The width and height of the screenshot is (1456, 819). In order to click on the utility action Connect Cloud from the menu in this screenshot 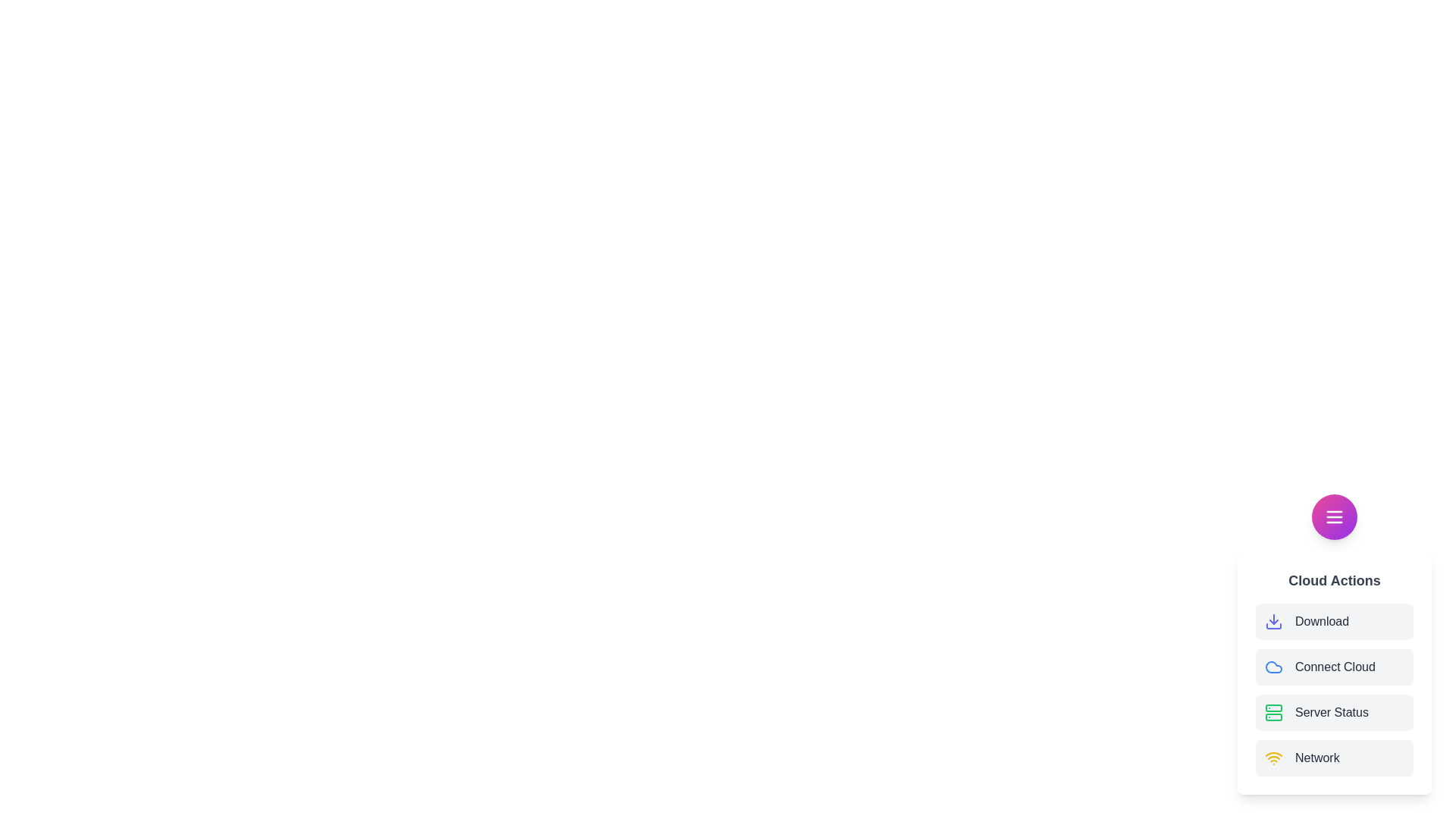, I will do `click(1335, 666)`.